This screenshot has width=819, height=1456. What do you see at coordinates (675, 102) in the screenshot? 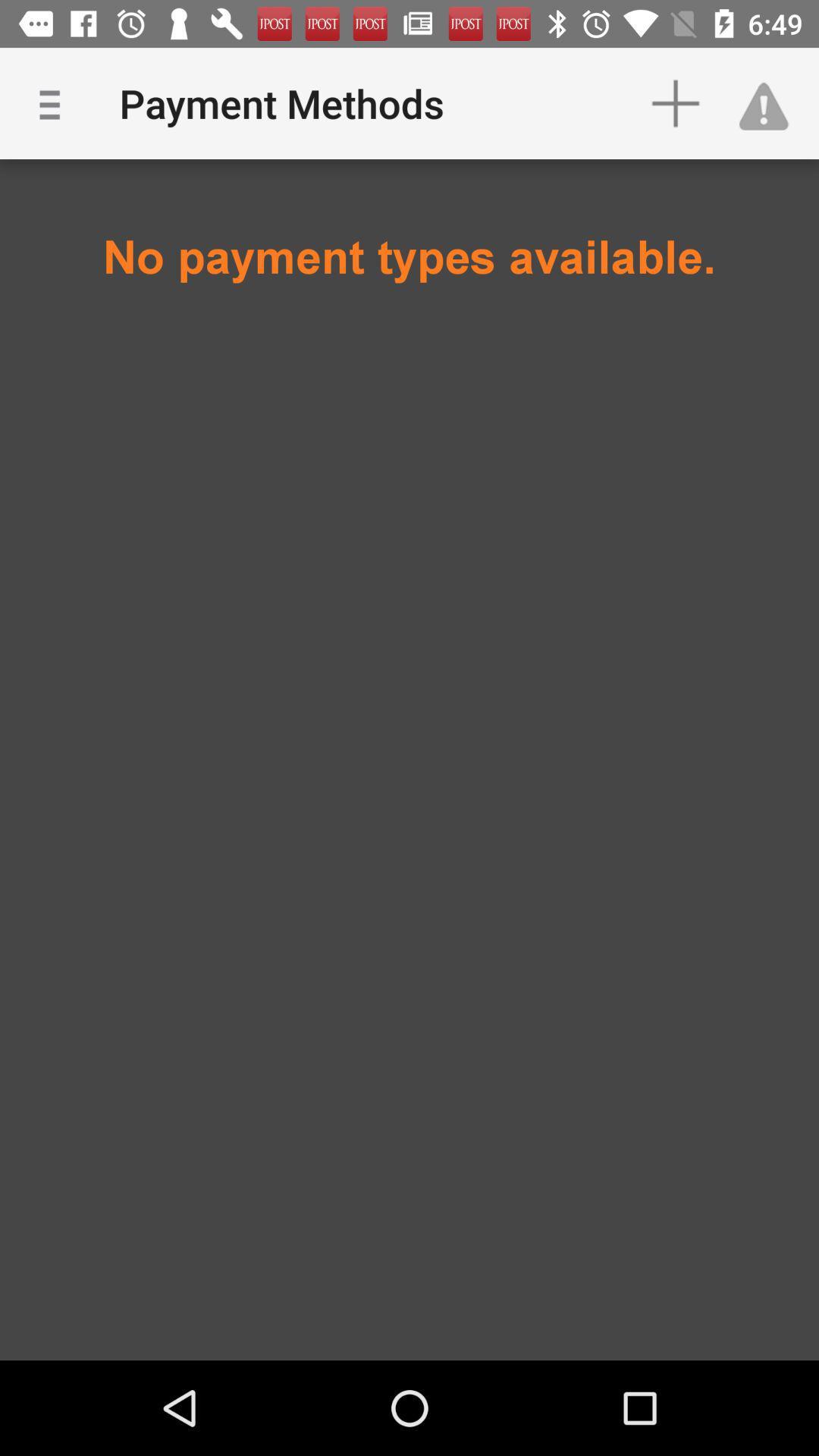
I see `item above the no payment types item` at bounding box center [675, 102].